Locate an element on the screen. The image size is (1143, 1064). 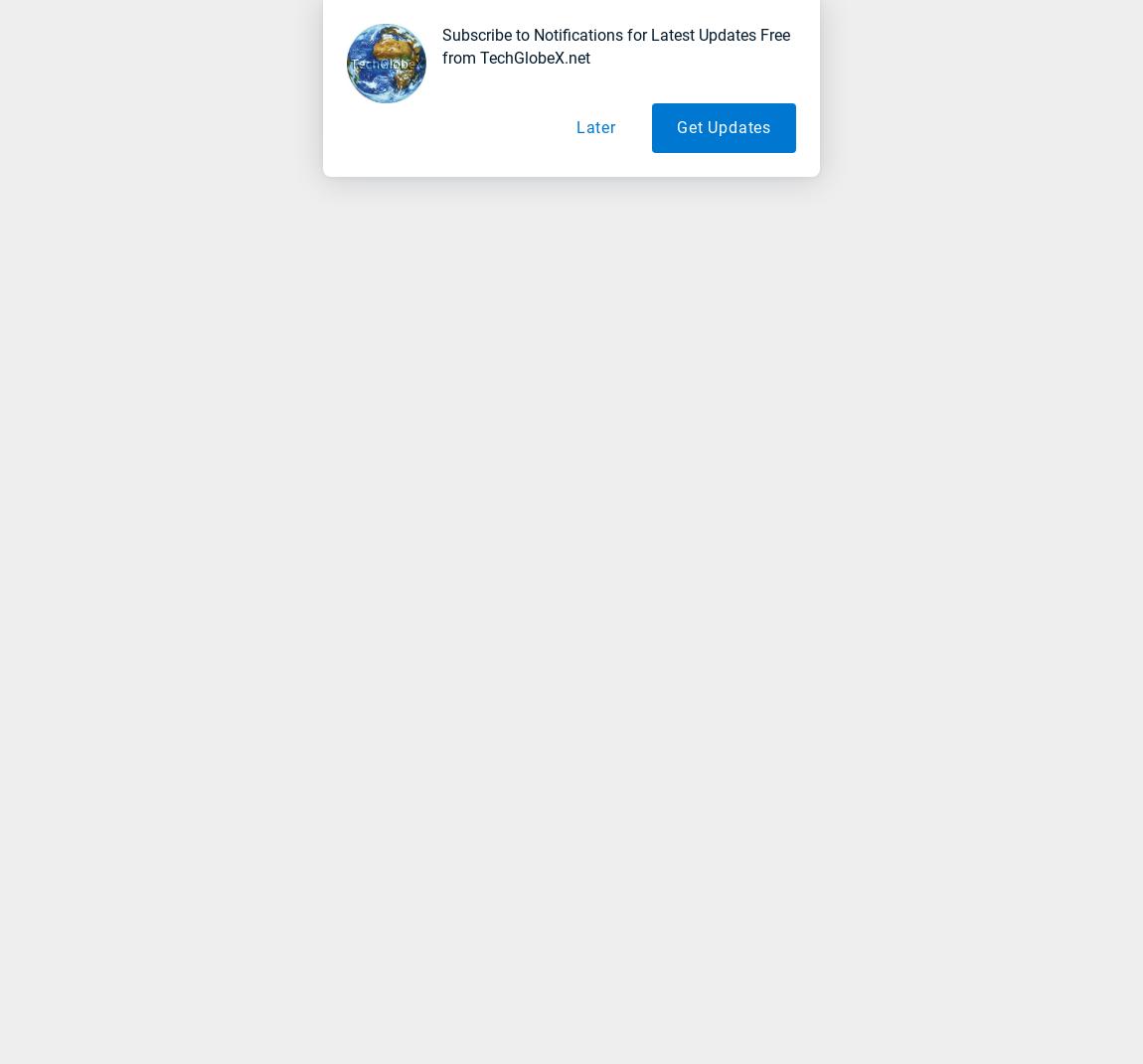
'MENU' is located at coordinates (70, 48).